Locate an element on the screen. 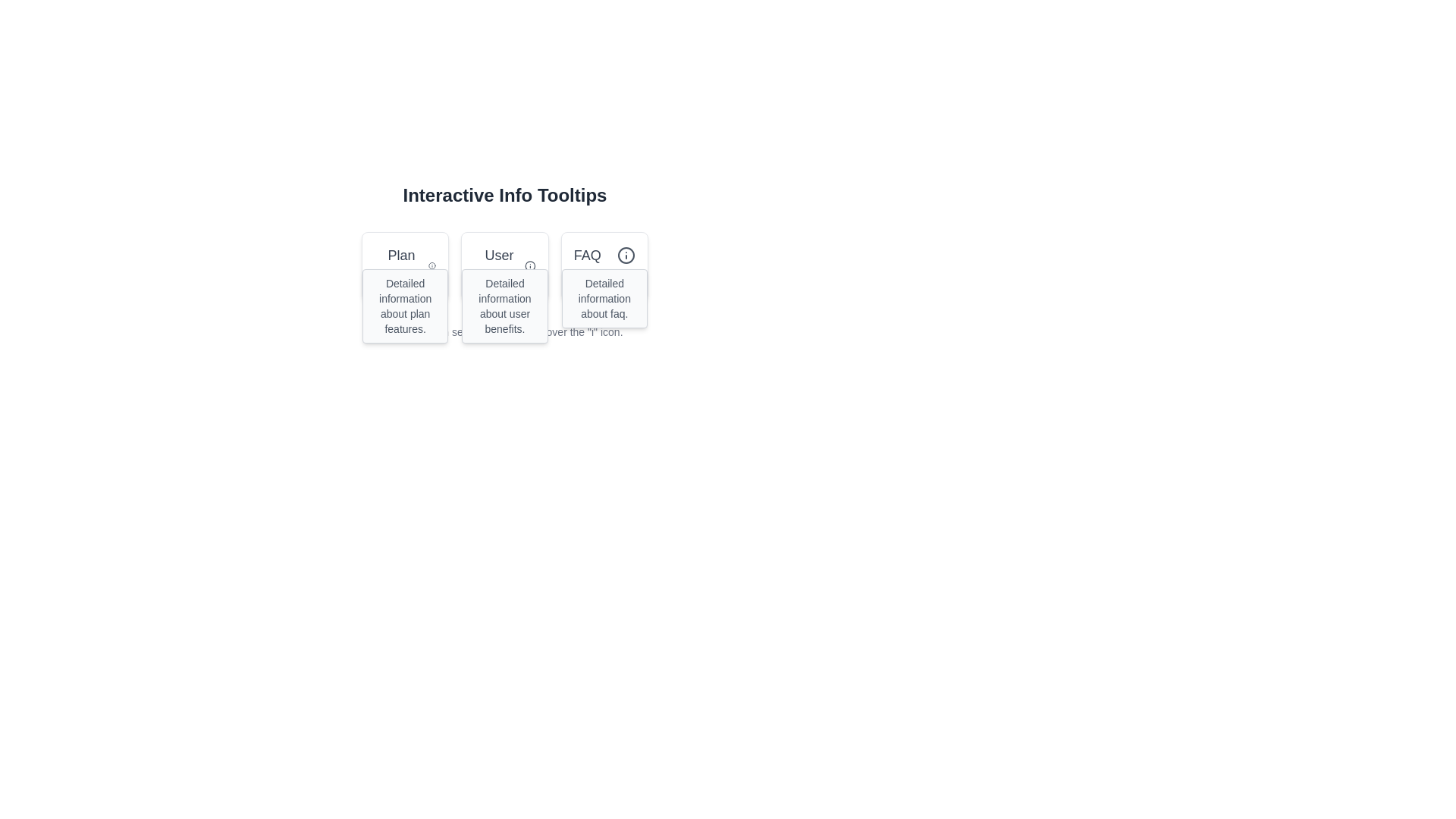 This screenshot has width=1456, height=819. the tooltip text element that contains the words 'Detailed information about user benefits.' located under the 'User' label in the central tooltip box is located at coordinates (505, 306).